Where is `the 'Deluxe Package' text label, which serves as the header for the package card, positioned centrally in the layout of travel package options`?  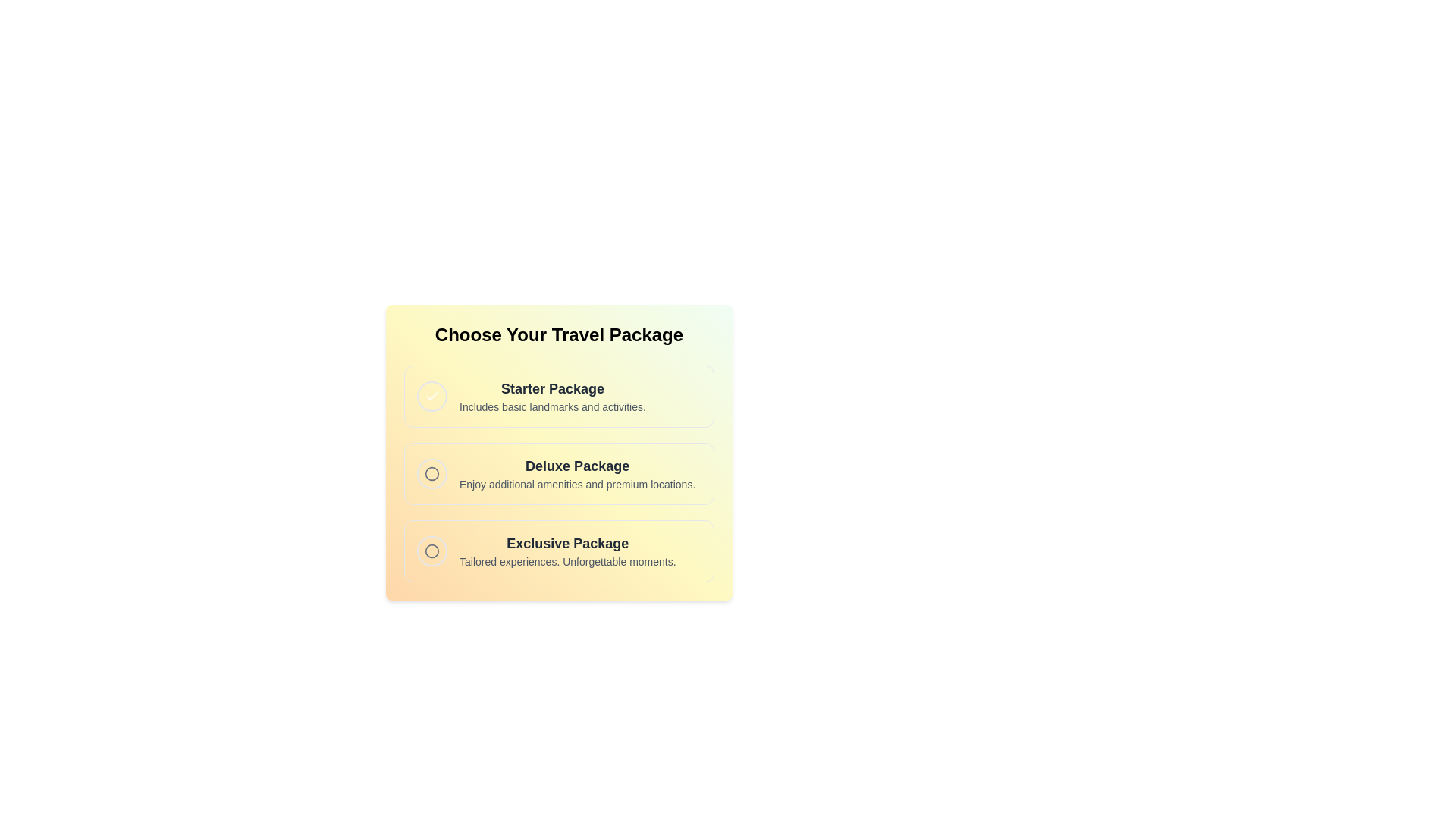 the 'Deluxe Package' text label, which serves as the header for the package card, positioned centrally in the layout of travel package options is located at coordinates (576, 465).